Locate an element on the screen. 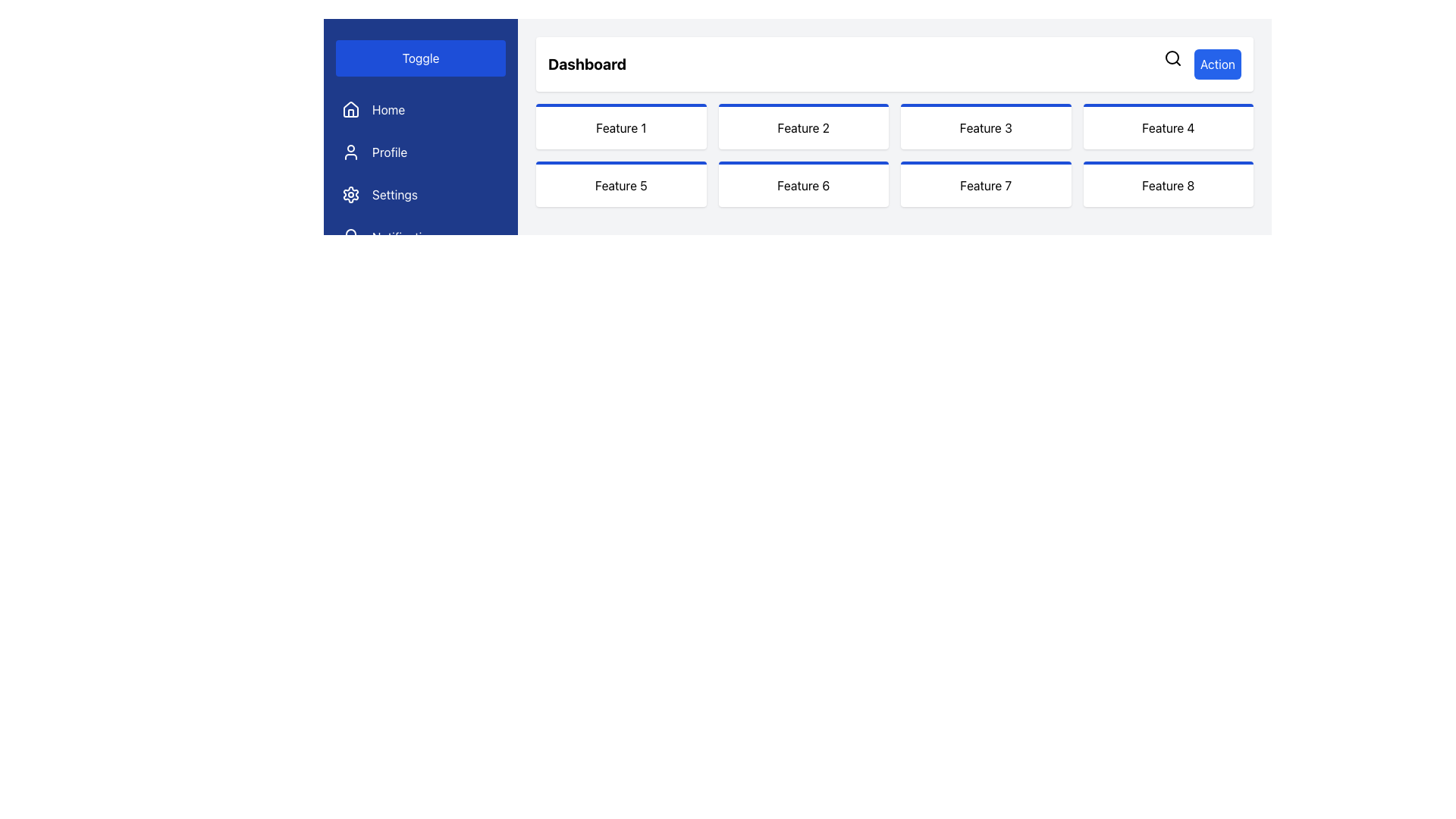 The image size is (1456, 819). the toggle button located at the top of the sidebar menu, just above the 'Home' option is located at coordinates (421, 58).